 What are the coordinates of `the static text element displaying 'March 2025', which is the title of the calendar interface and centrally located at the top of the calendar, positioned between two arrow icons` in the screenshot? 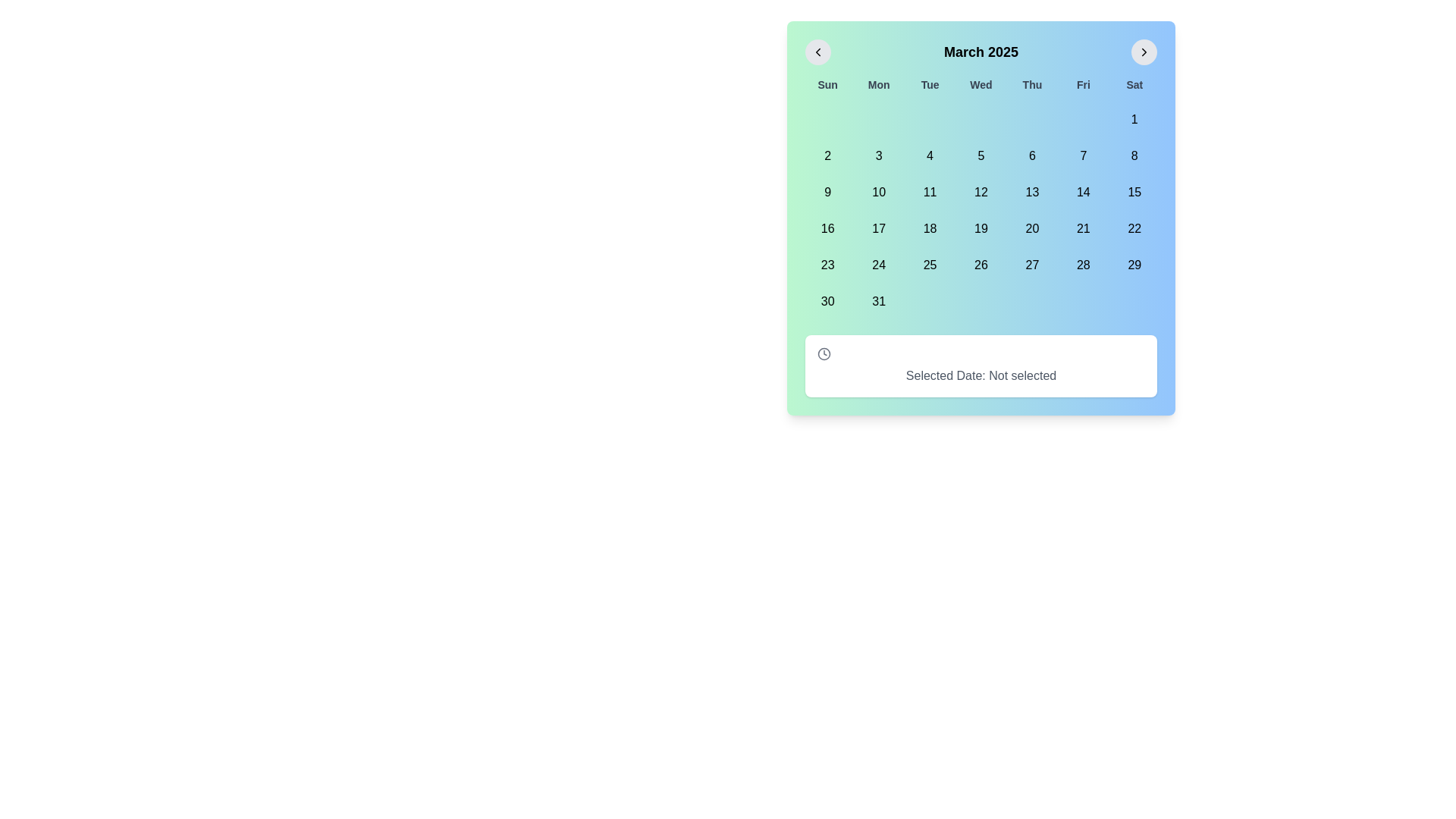 It's located at (981, 52).